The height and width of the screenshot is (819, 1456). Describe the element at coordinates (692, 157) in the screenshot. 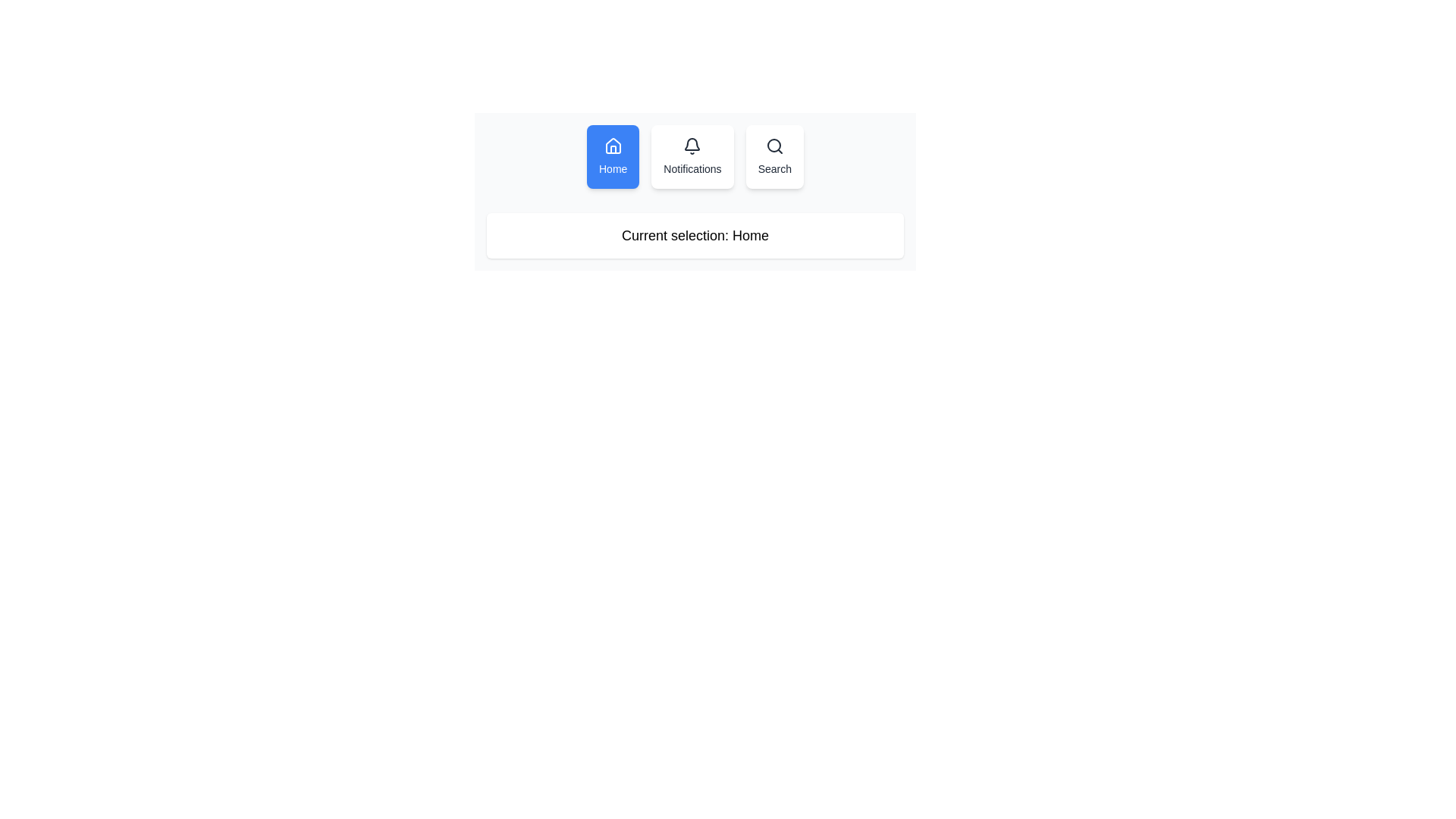

I see `the Notifications button, which is the second button in a horizontal group of three buttons` at that location.